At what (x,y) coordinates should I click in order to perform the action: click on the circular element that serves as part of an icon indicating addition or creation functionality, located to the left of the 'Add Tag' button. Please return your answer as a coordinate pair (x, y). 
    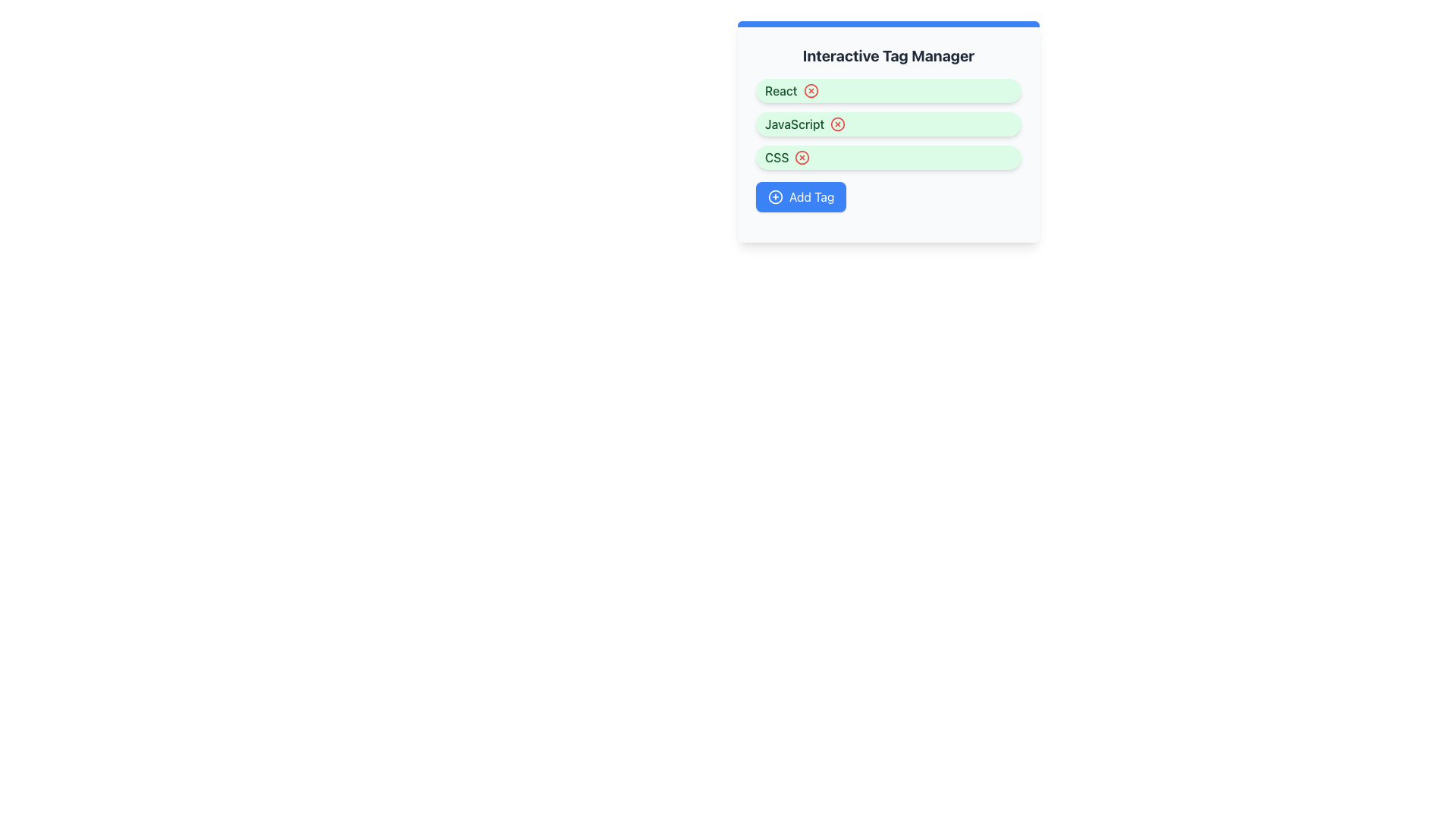
    Looking at the image, I should click on (775, 196).